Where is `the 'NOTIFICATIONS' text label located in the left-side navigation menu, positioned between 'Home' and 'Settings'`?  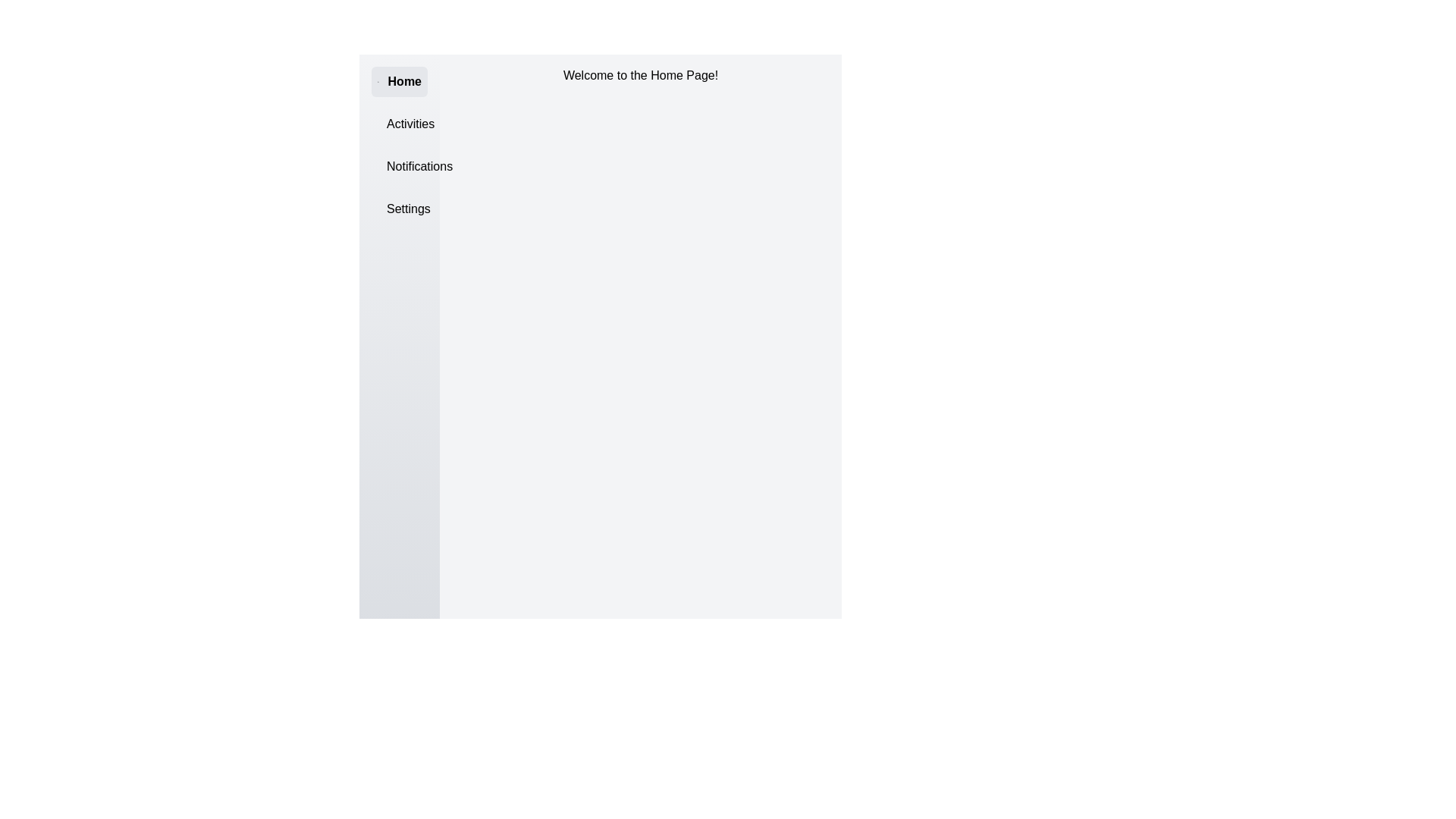
the 'NOTIFICATIONS' text label located in the left-side navigation menu, positioned between 'Home' and 'Settings' is located at coordinates (419, 166).